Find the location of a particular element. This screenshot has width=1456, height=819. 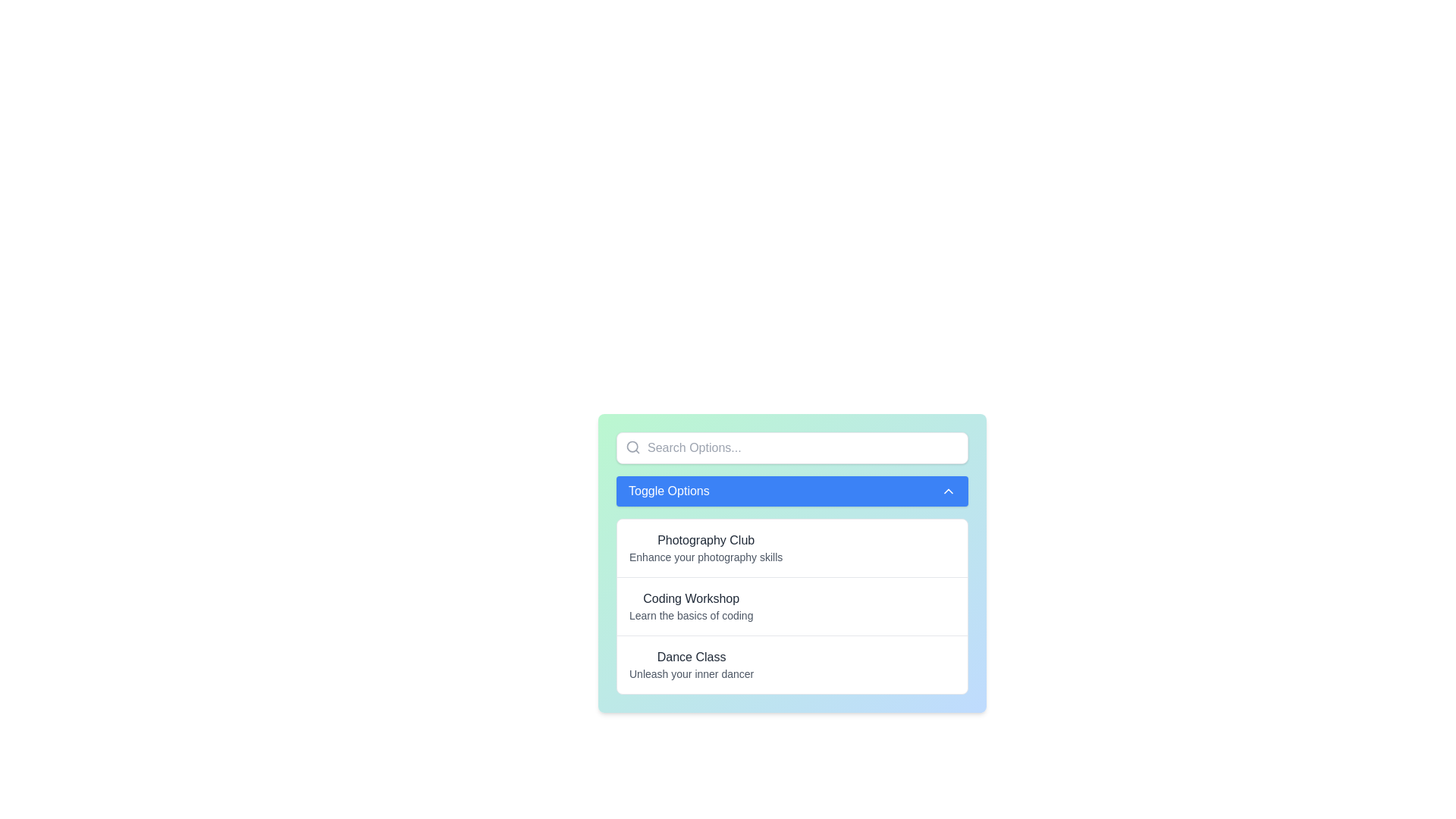

the 'Dance Class' text label, which is styled with medium font weight and dark gray color is located at coordinates (691, 657).